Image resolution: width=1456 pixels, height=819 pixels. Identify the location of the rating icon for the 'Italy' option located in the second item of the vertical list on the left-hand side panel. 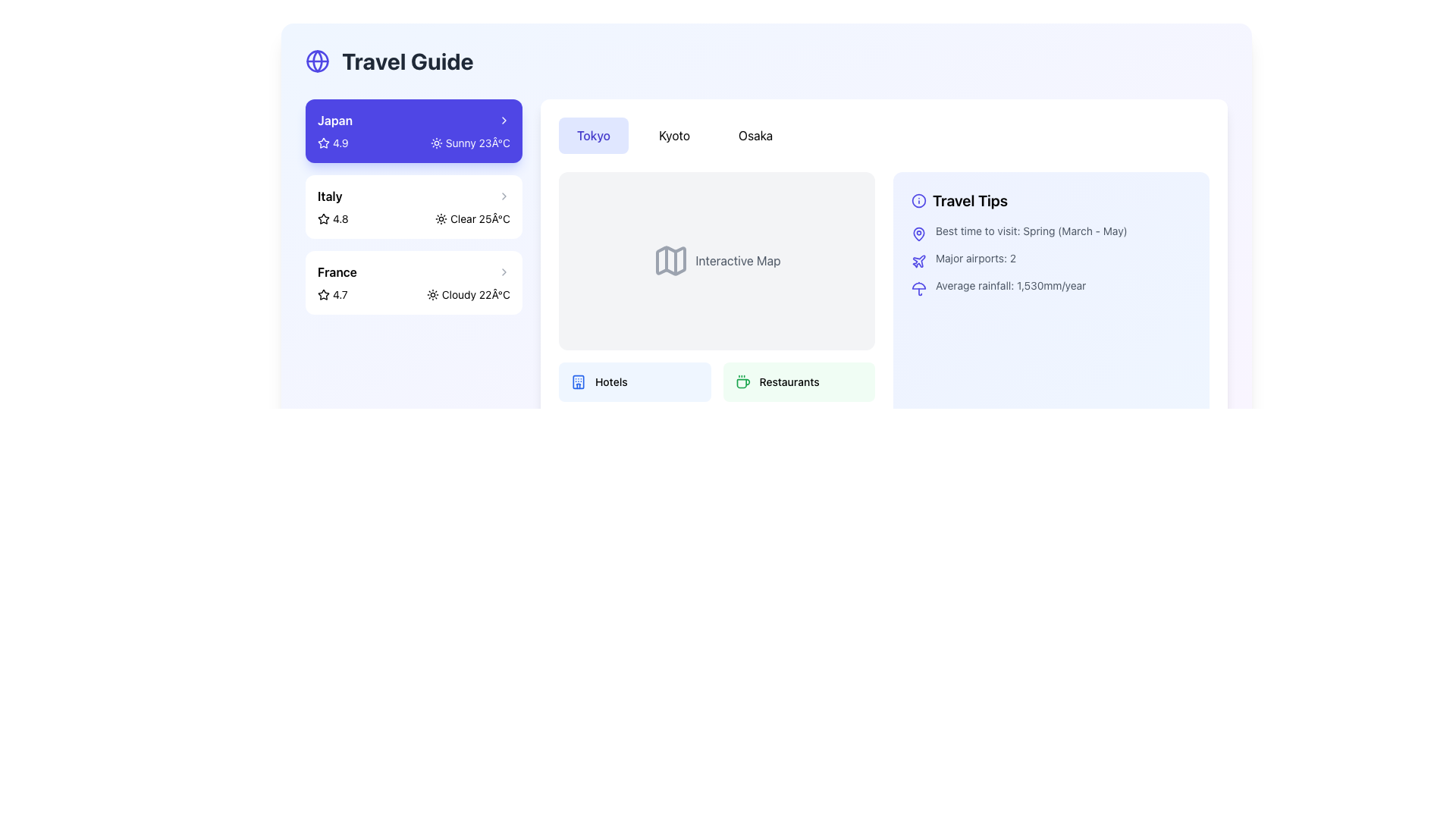
(323, 218).